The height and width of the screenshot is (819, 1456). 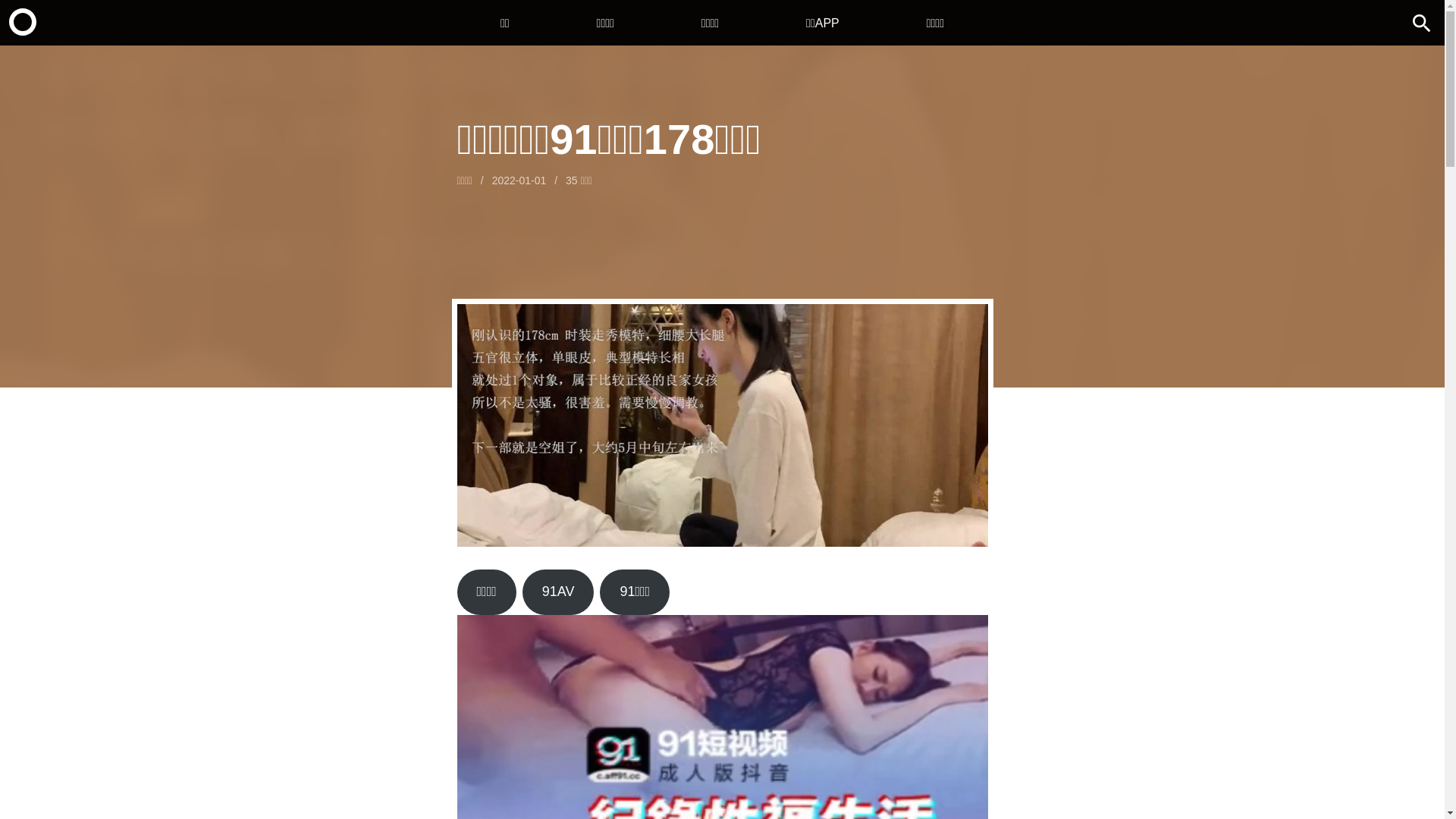 What do you see at coordinates (557, 591) in the screenshot?
I see `'91AV'` at bounding box center [557, 591].